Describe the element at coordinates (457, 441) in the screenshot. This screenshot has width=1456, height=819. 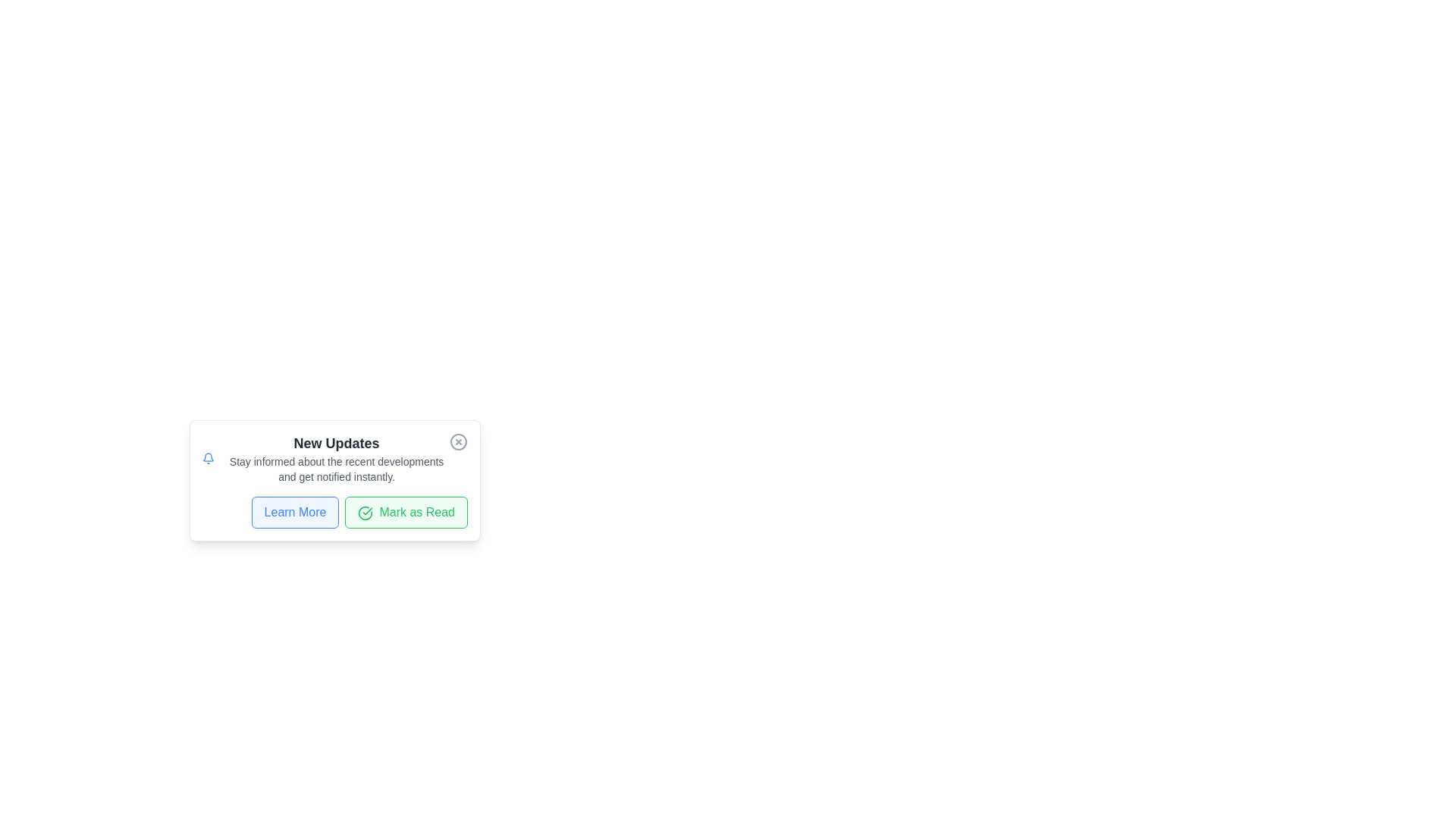
I see `the circular dismiss button with an 'x' symbol inside, located at the top-right corner of the 'New Updates' notification card` at that location.